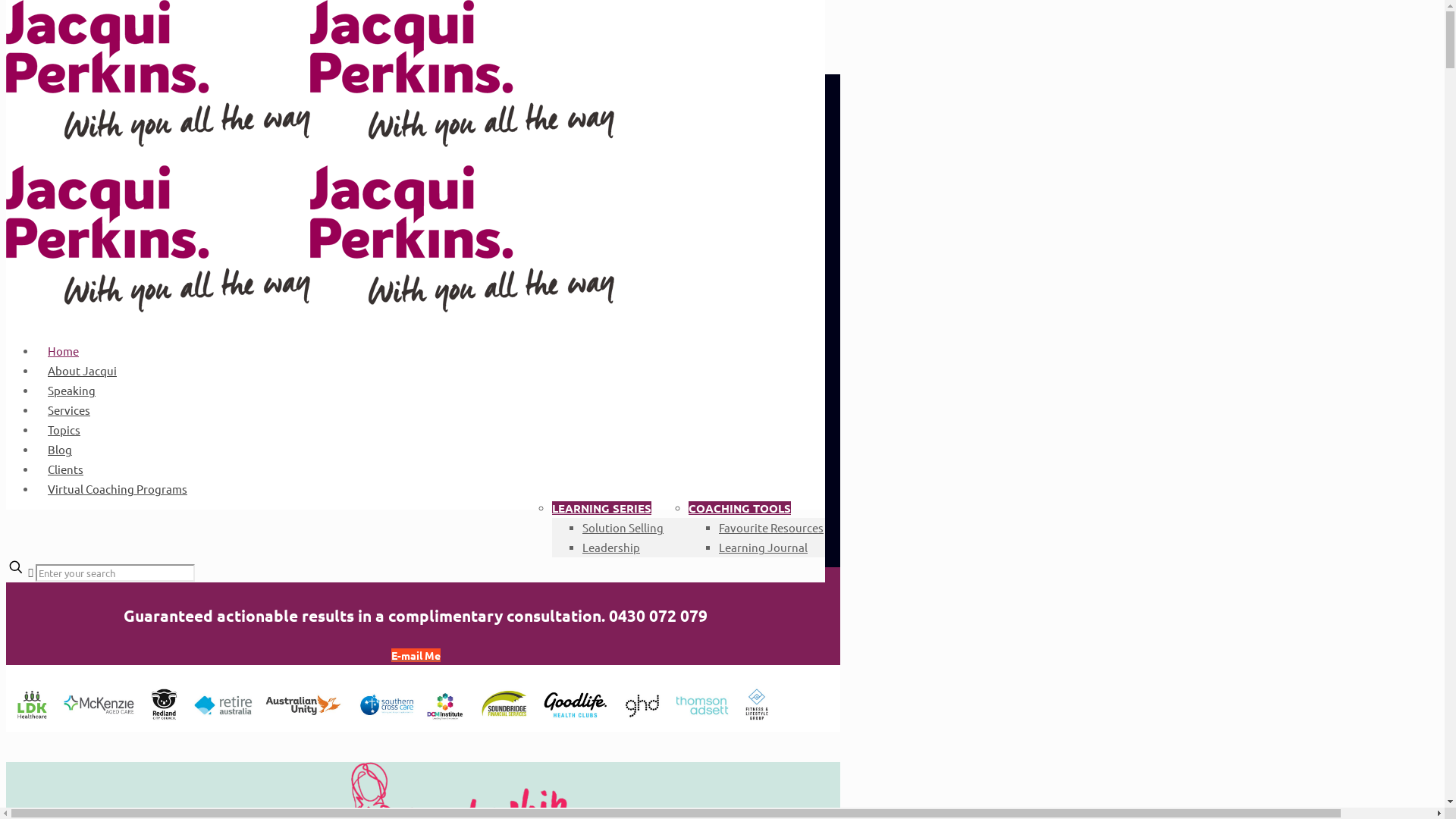 This screenshot has width=1456, height=819. I want to click on 'Speaking', so click(36, 389).